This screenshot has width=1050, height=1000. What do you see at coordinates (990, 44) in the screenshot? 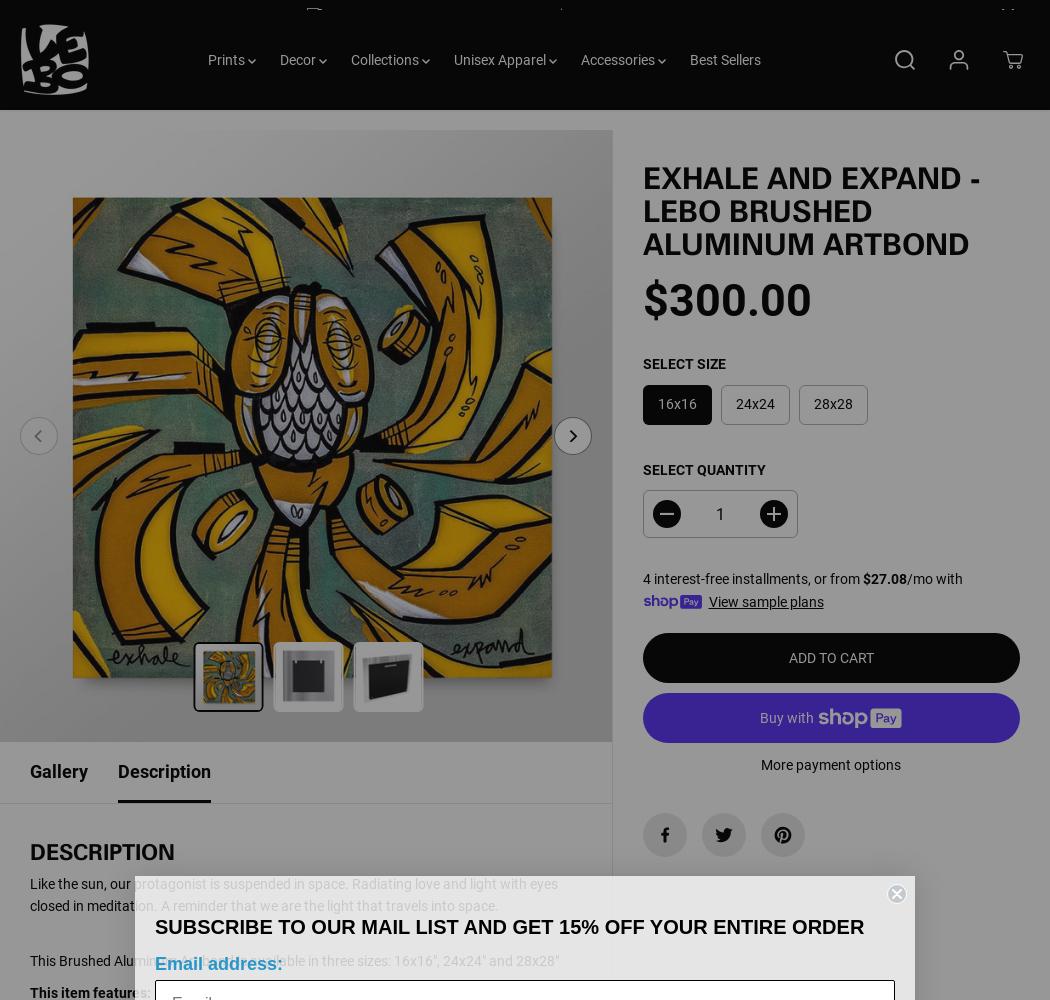
I see `'Close'` at bounding box center [990, 44].